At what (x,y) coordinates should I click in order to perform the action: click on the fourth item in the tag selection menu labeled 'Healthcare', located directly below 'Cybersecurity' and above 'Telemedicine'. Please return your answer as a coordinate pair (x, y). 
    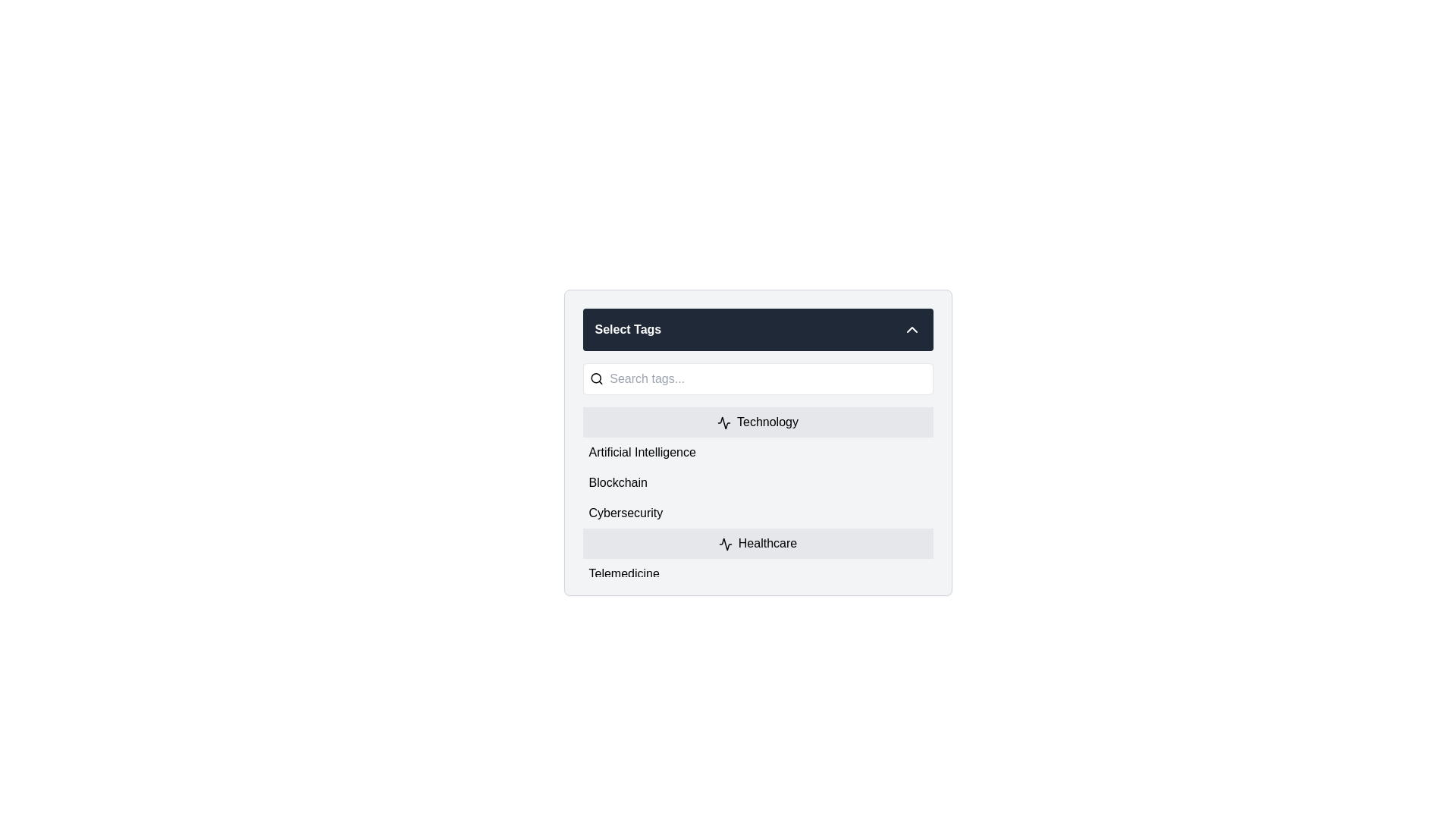
    Looking at the image, I should click on (758, 543).